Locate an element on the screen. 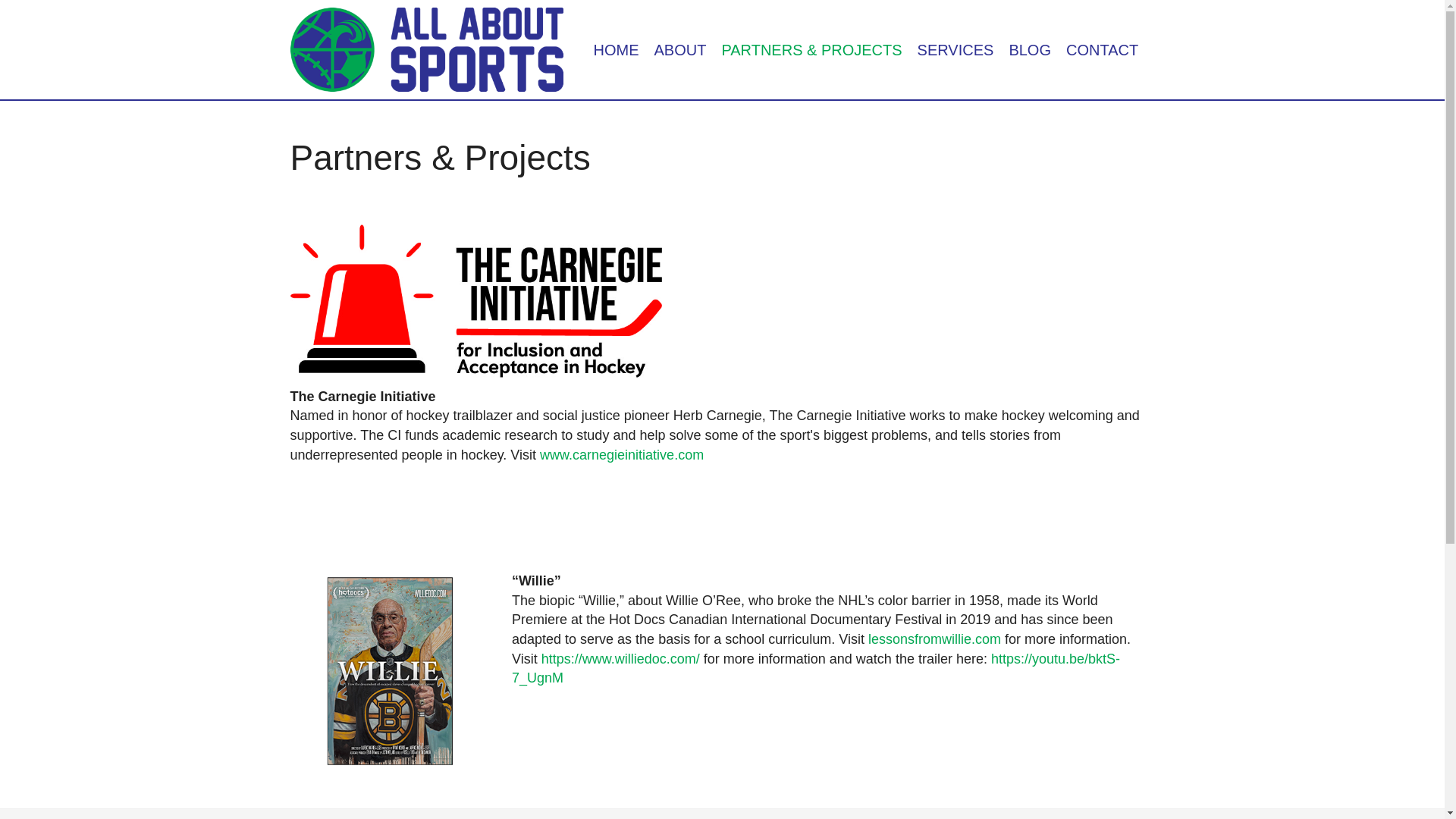  'https://www.williedoc.com/' is located at coordinates (541, 657).